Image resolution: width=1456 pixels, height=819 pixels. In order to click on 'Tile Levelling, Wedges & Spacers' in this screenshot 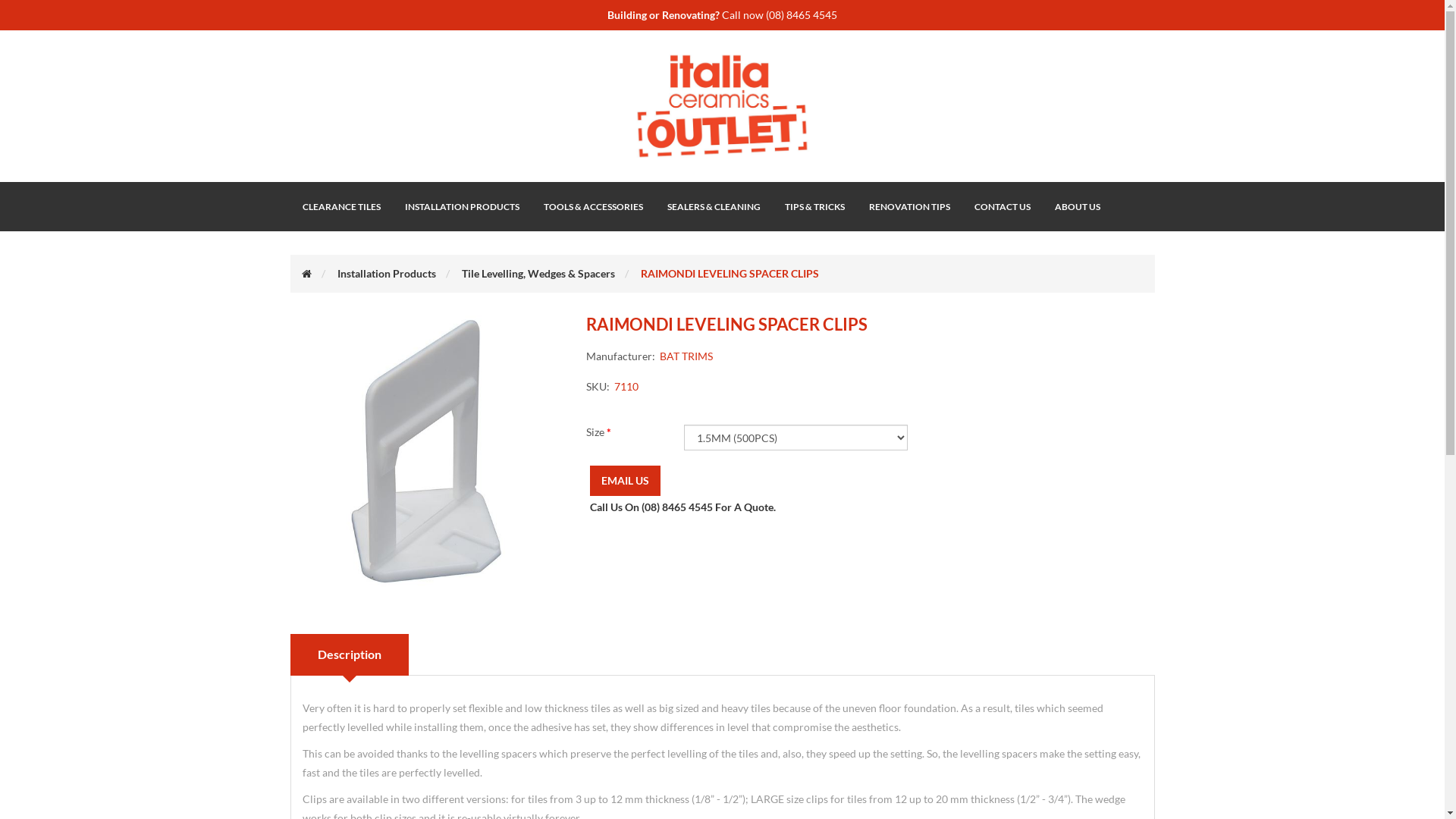, I will do `click(460, 273)`.